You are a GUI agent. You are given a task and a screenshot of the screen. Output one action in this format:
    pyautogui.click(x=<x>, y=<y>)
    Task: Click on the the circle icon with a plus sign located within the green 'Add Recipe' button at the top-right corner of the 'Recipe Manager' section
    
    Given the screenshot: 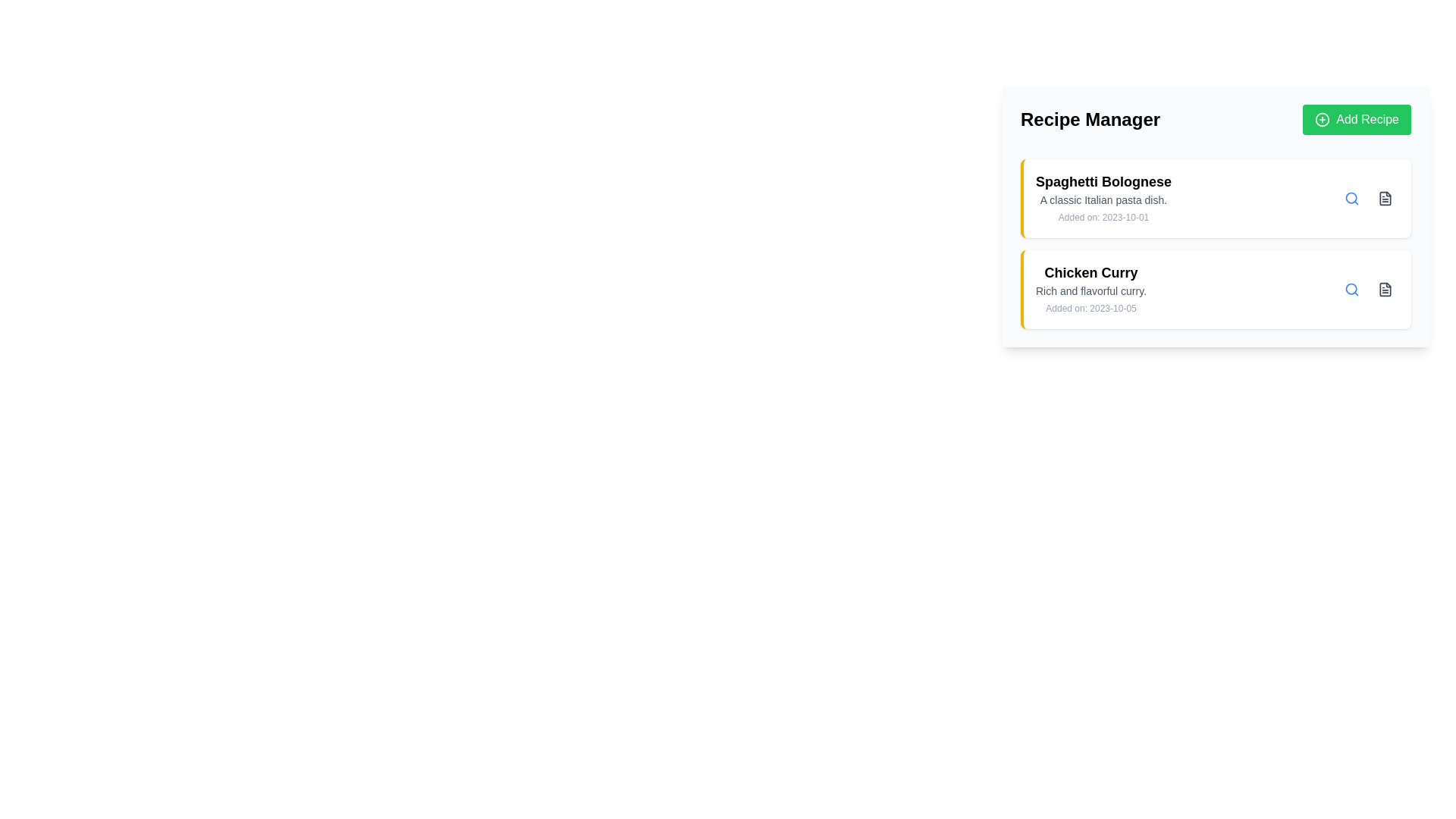 What is the action you would take?
    pyautogui.click(x=1322, y=119)
    